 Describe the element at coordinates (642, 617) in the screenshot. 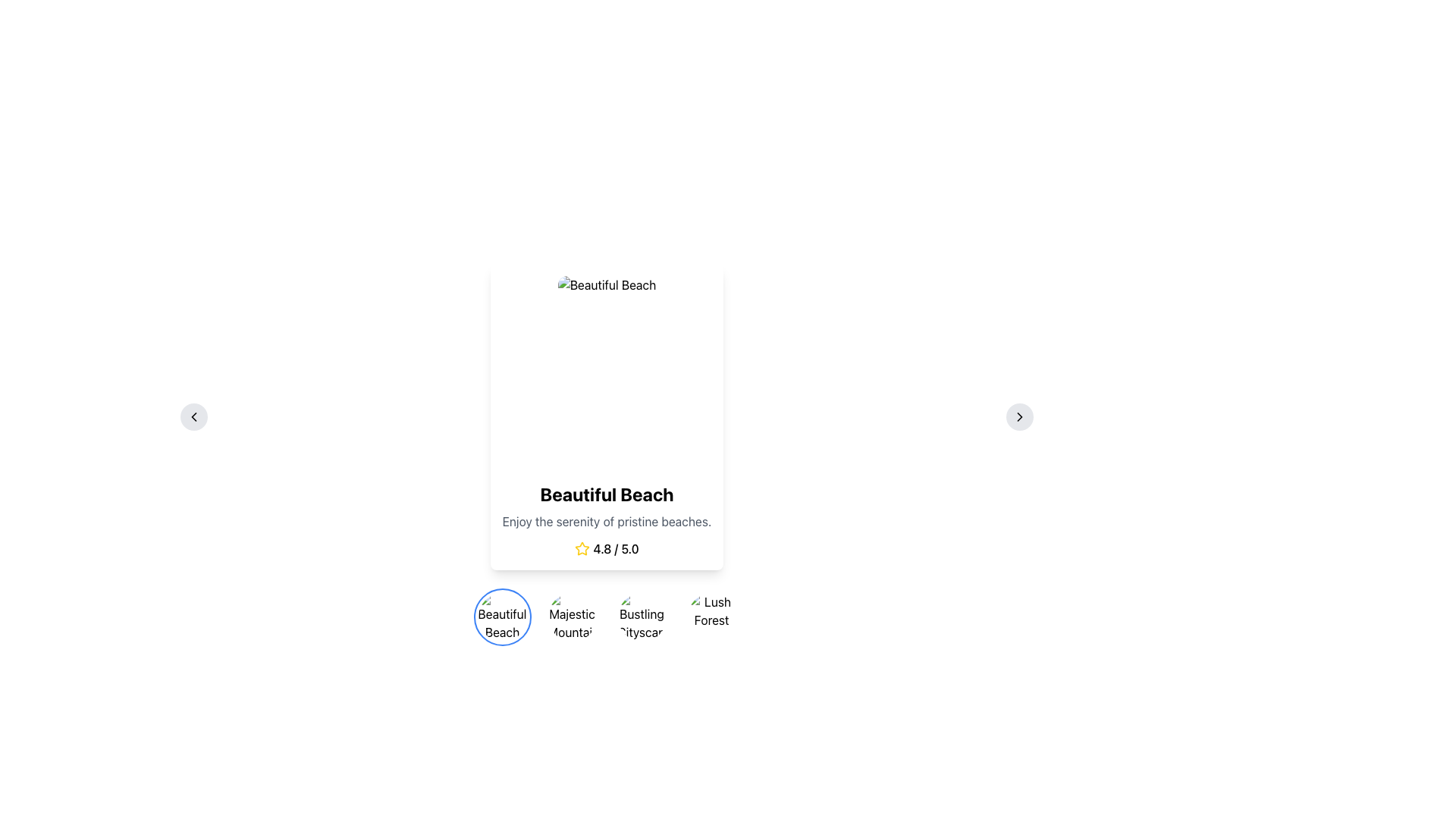

I see `the circular thumbnail image of the bustling cityscape located in the horizontal row of thumbnails beneath the main content card` at that location.